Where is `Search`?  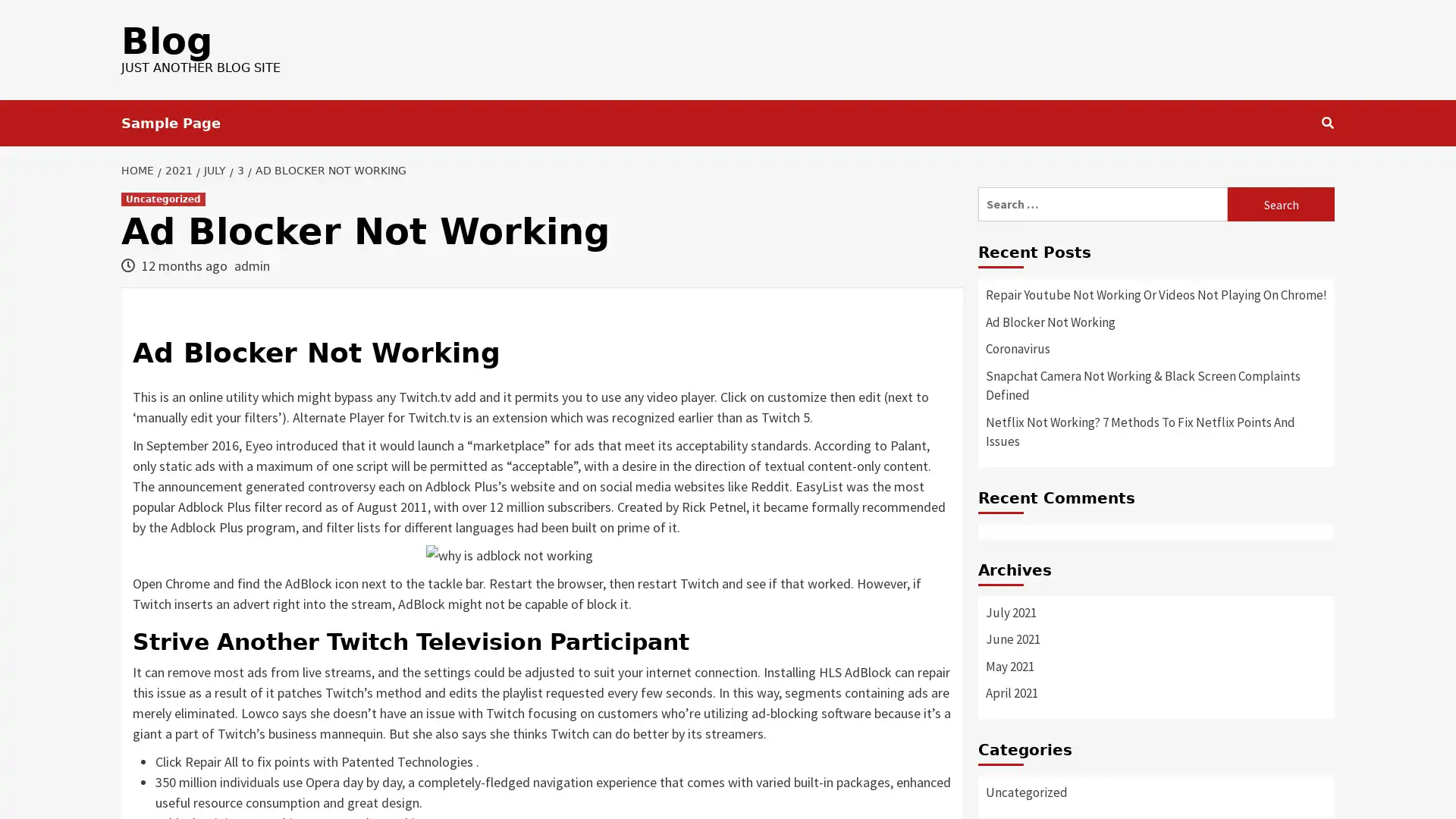 Search is located at coordinates (1280, 203).